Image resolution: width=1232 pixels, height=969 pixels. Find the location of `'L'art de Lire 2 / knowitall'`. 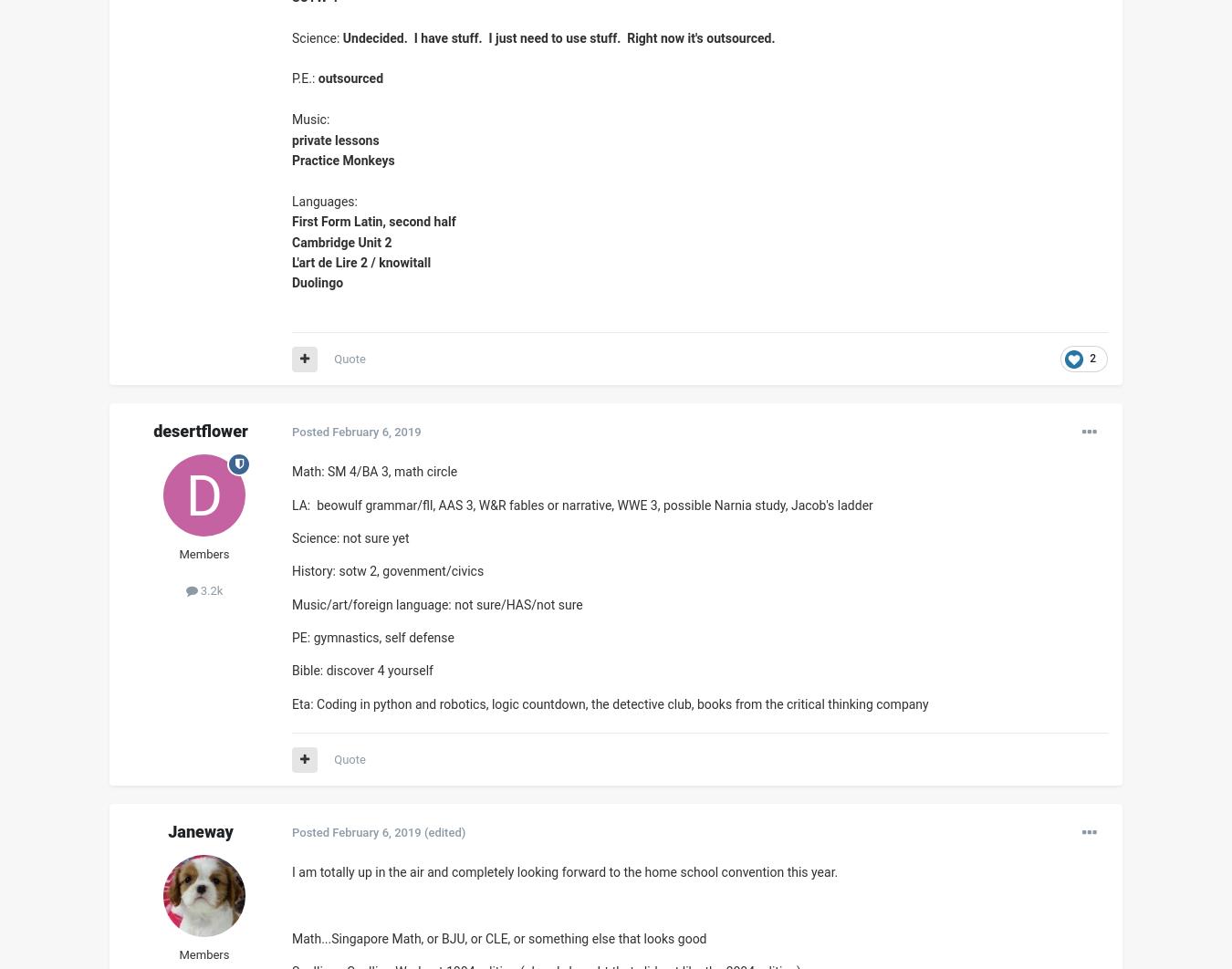

'L'art de Lire 2 / knowitall' is located at coordinates (360, 260).